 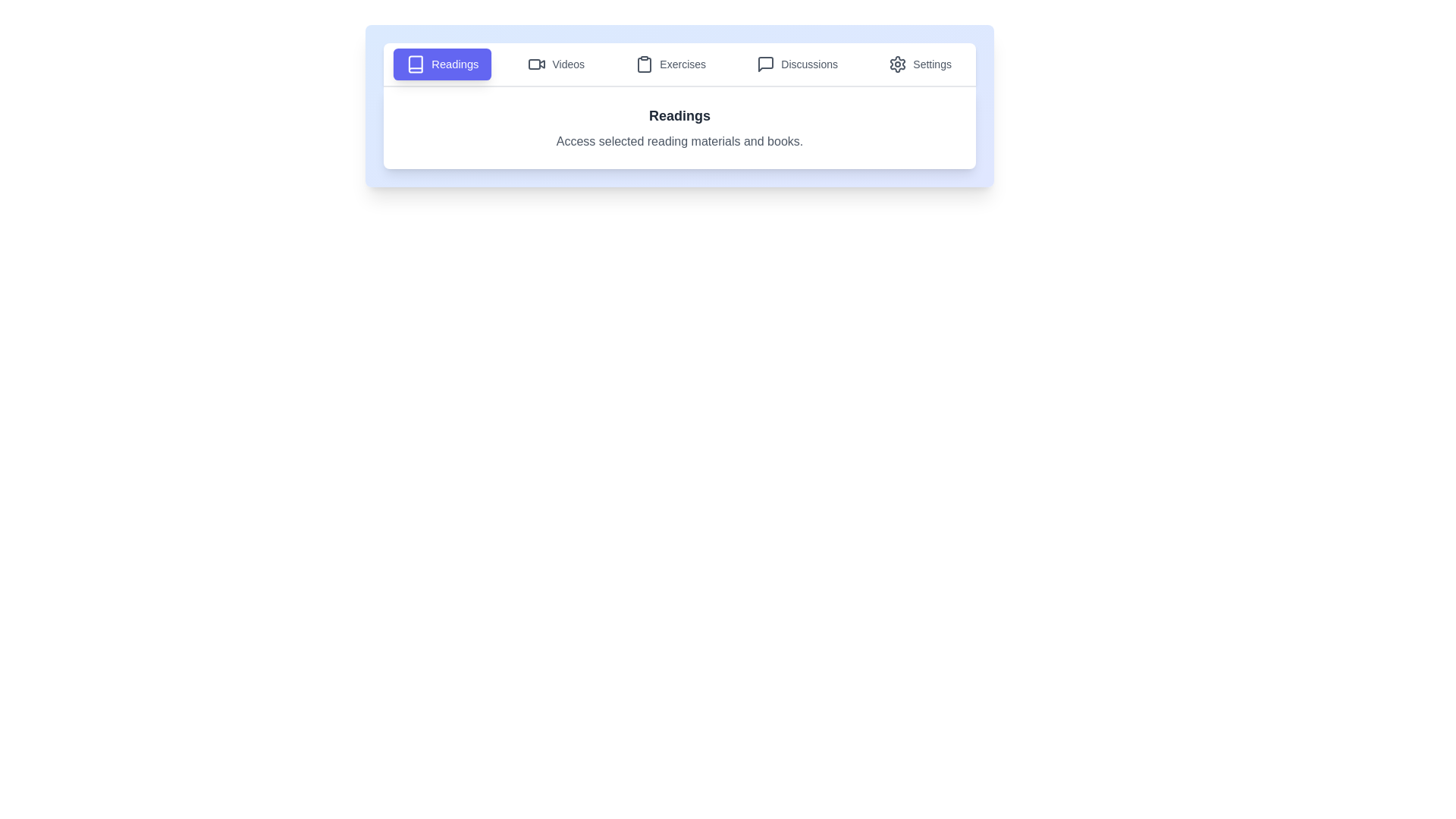 I want to click on the Discussions tab to view its content, so click(x=796, y=63).